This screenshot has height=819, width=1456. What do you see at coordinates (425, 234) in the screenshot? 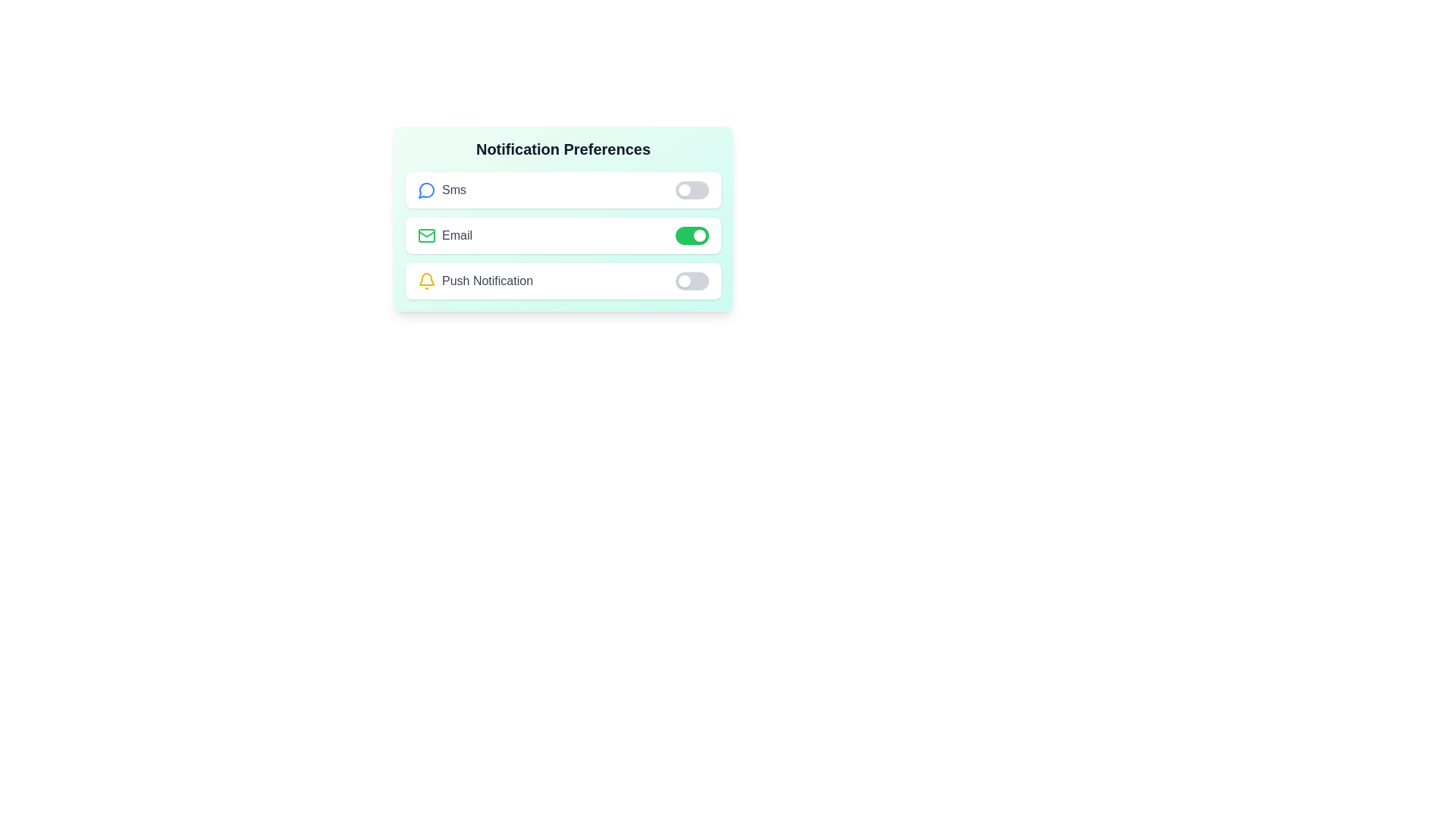
I see `the green mail-related icon in the 'Email' notification row, which resembles an envelope flap` at bounding box center [425, 234].